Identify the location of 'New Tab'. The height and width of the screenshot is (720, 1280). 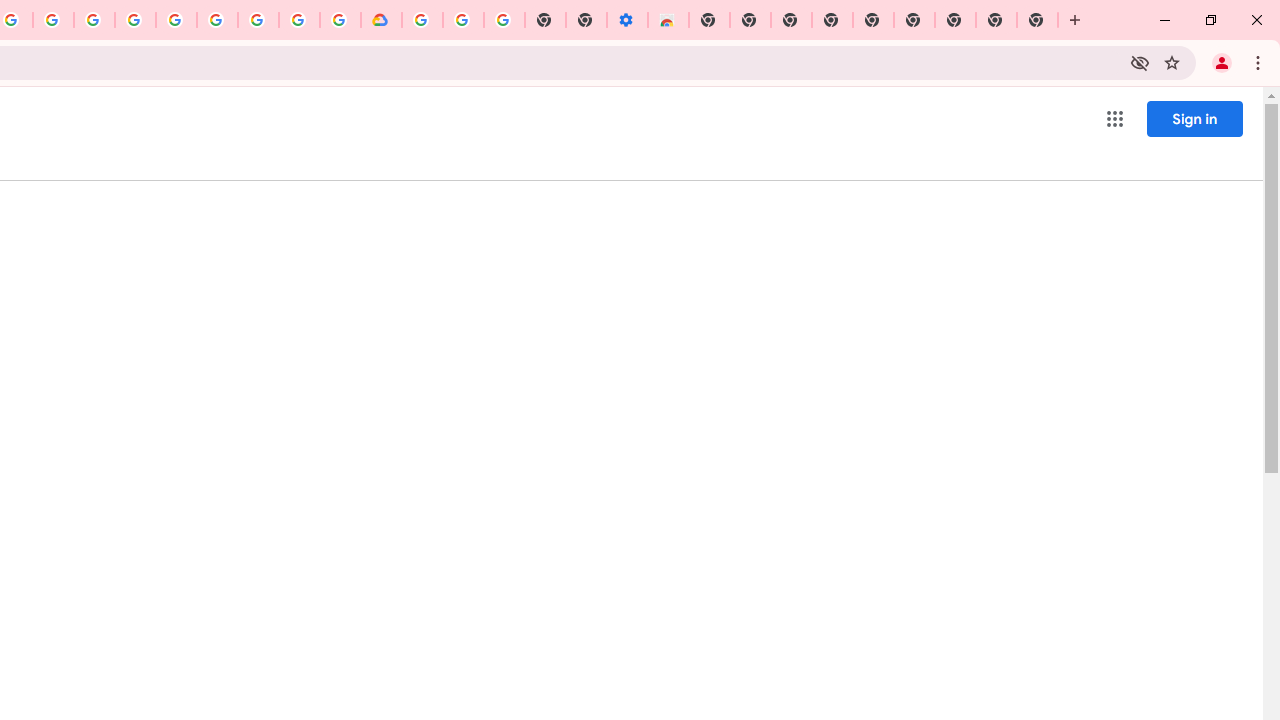
(1038, 20).